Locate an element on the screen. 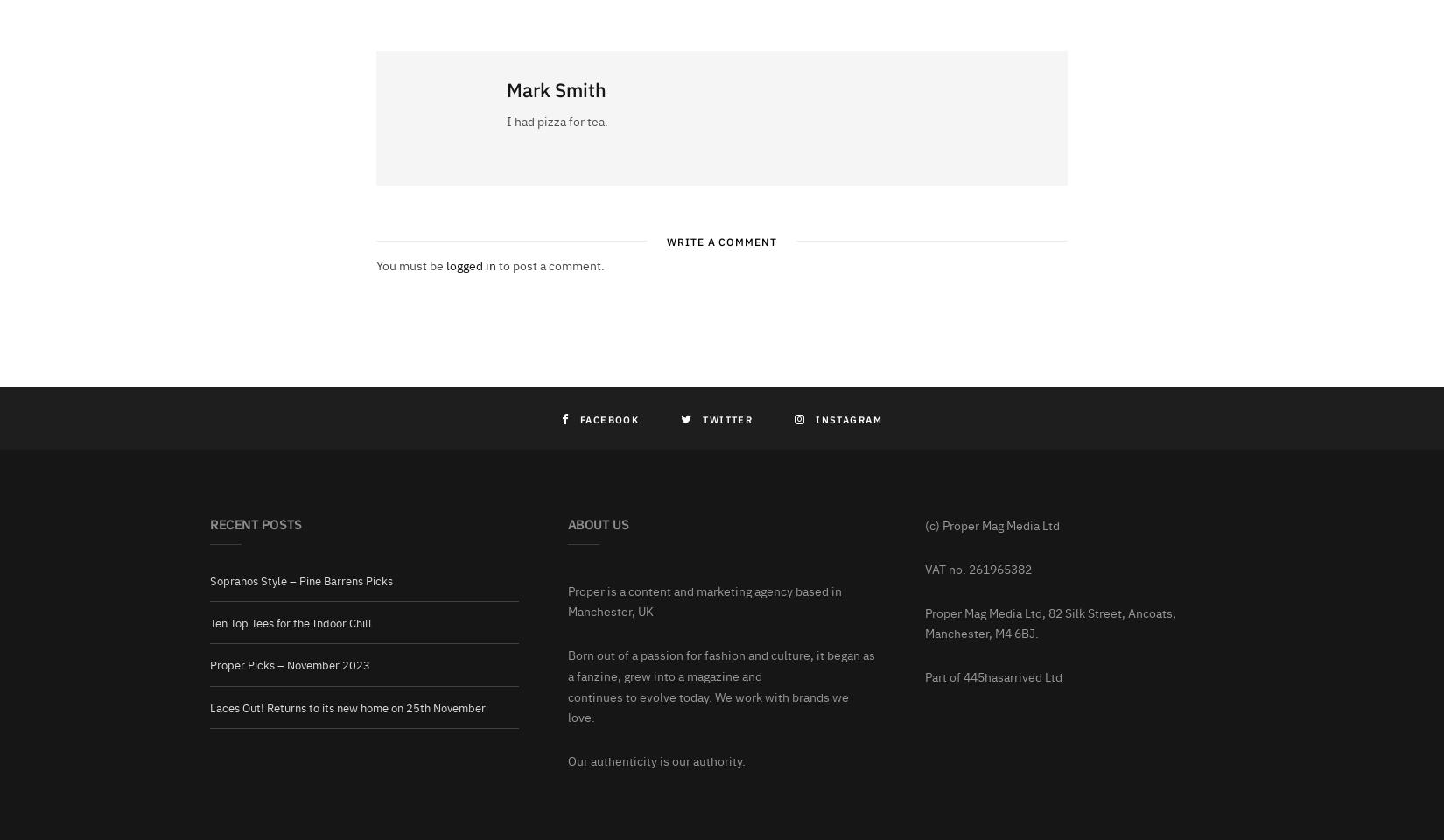 The height and width of the screenshot is (840, 1444). 'Proper is a content and marketing agency based in Manchester, UK' is located at coordinates (703, 600).